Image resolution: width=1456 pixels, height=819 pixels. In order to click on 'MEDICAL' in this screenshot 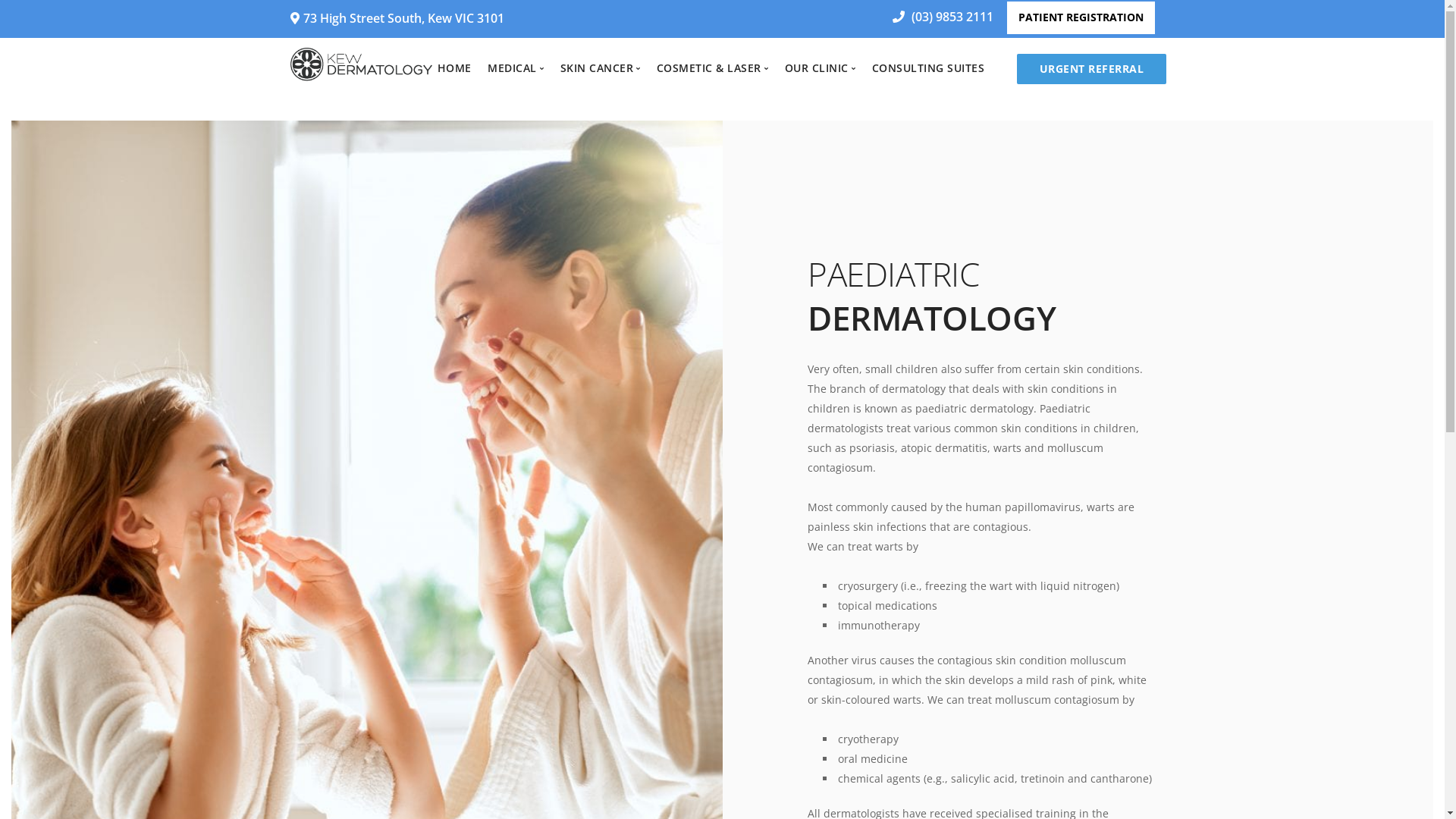, I will do `click(516, 67)`.